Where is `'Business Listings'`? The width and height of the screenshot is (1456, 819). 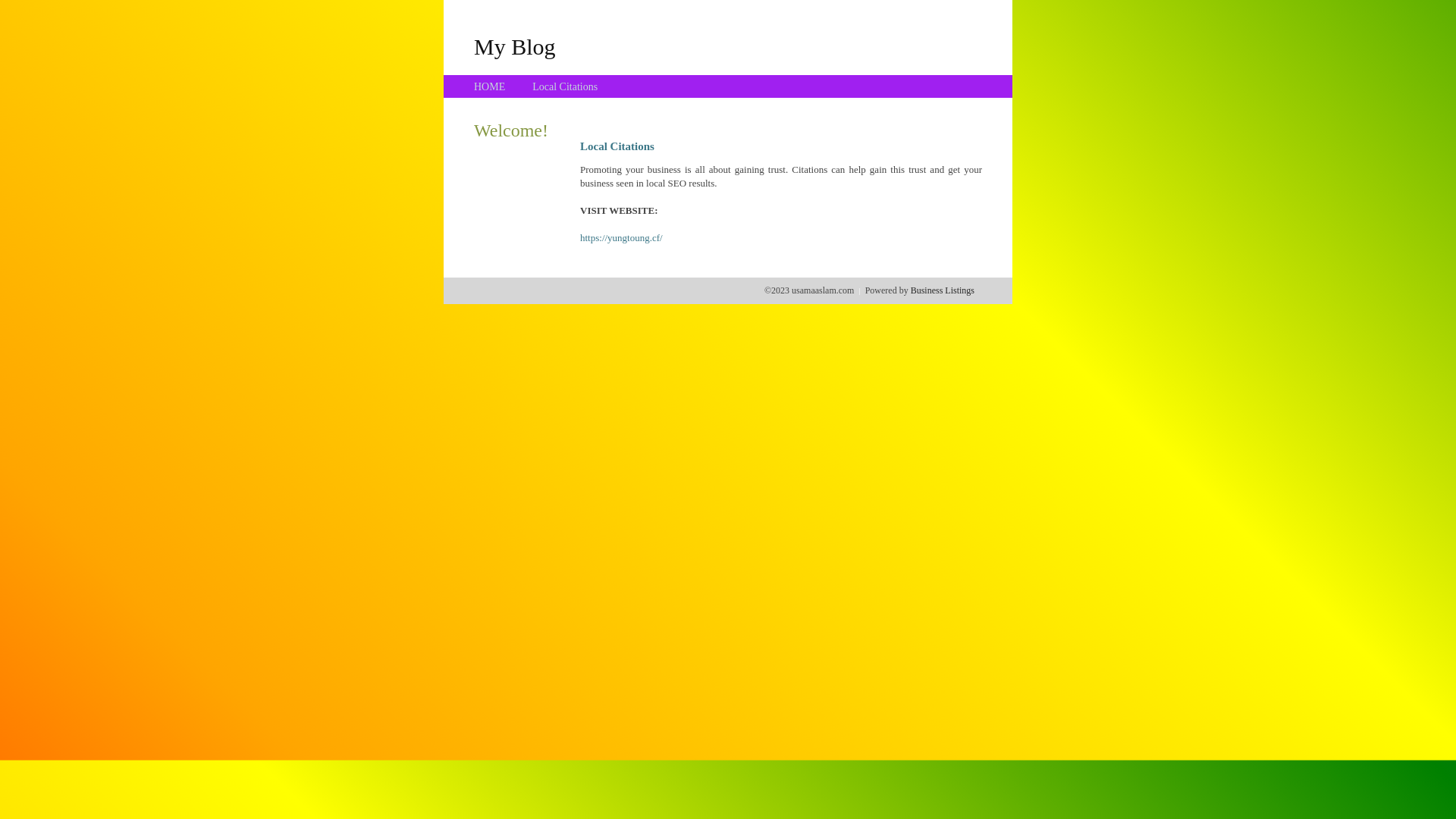 'Business Listings' is located at coordinates (942, 290).